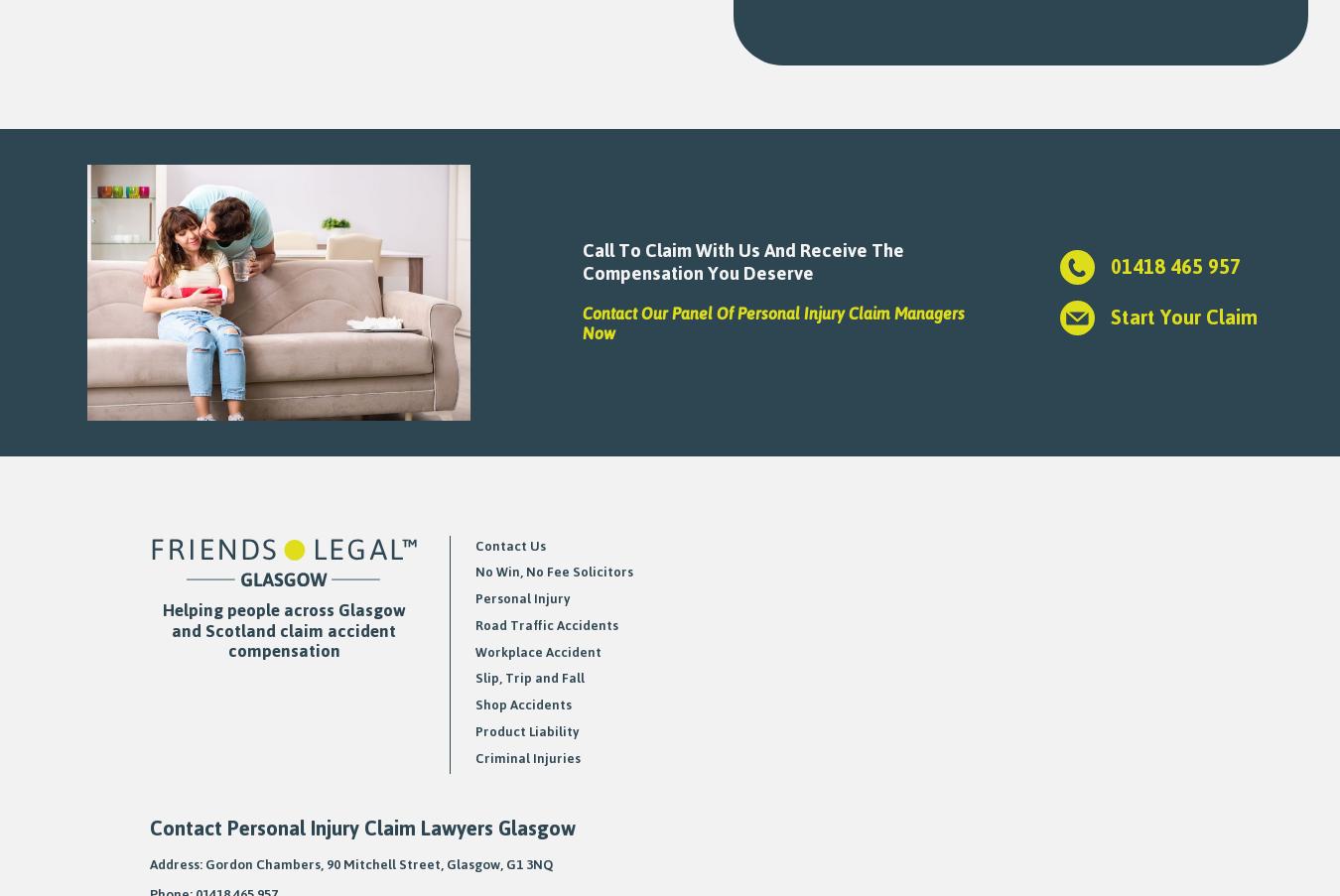  I want to click on 'Start Your Claim', so click(1182, 316).